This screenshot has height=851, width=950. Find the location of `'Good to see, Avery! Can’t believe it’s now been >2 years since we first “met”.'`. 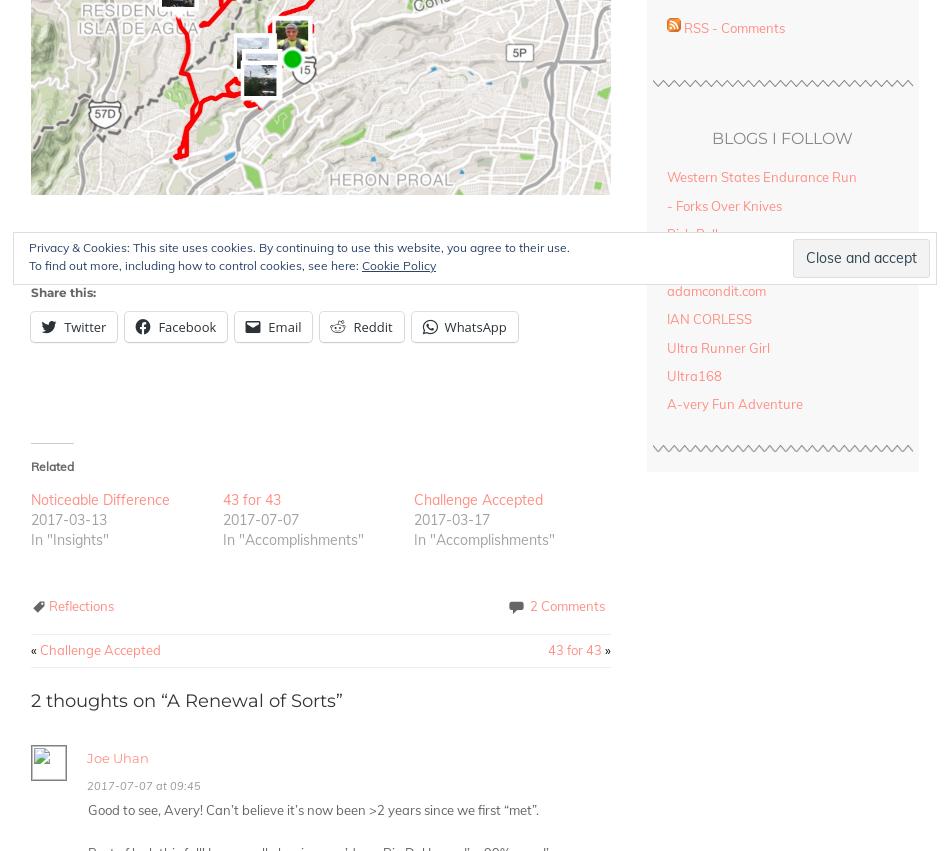

'Good to see, Avery! Can’t believe it’s now been >2 years since we first “met”.' is located at coordinates (312, 808).